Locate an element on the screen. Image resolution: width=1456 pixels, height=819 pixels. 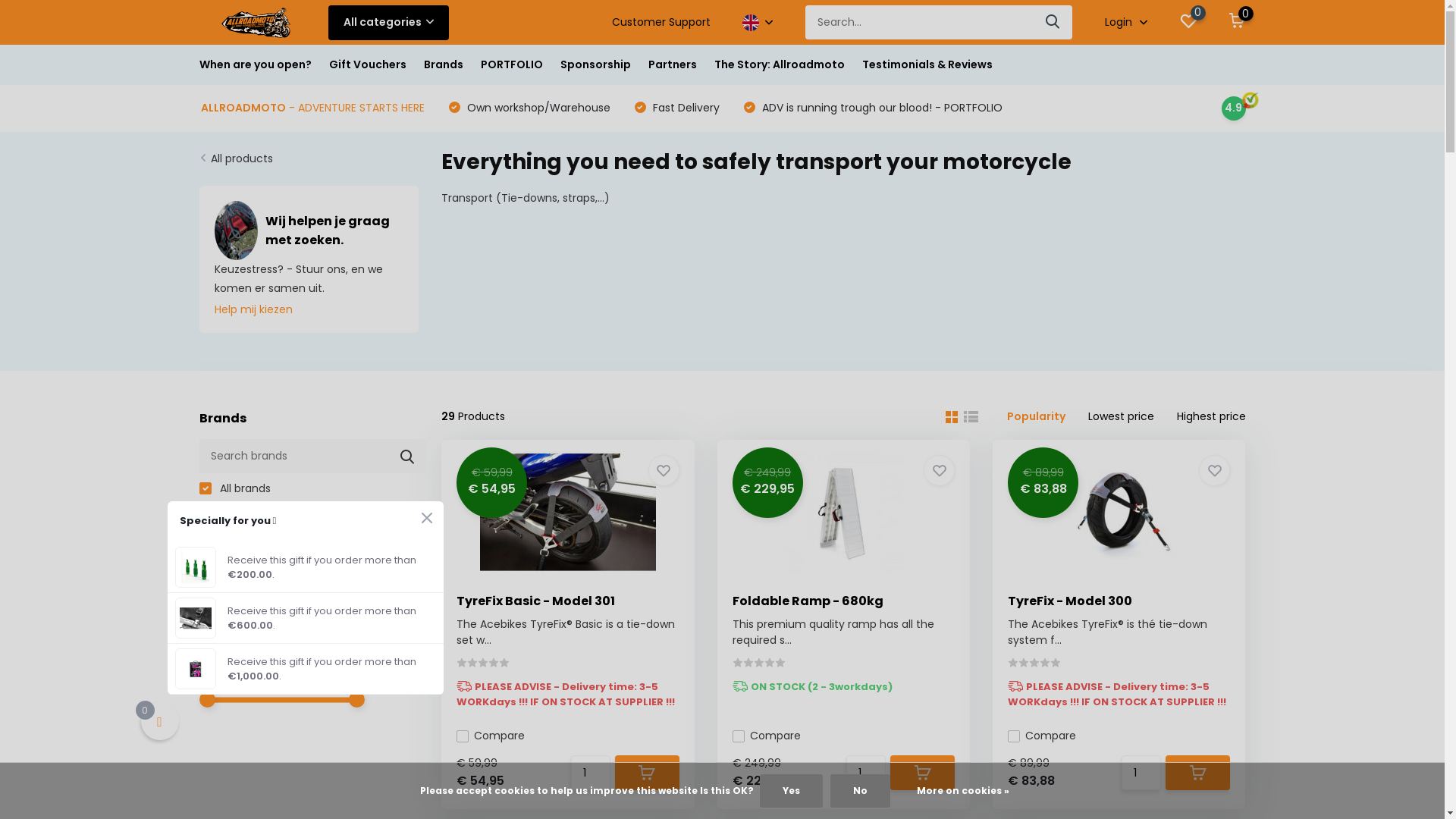
'The Story: Allroadmoto' is located at coordinates (779, 64).